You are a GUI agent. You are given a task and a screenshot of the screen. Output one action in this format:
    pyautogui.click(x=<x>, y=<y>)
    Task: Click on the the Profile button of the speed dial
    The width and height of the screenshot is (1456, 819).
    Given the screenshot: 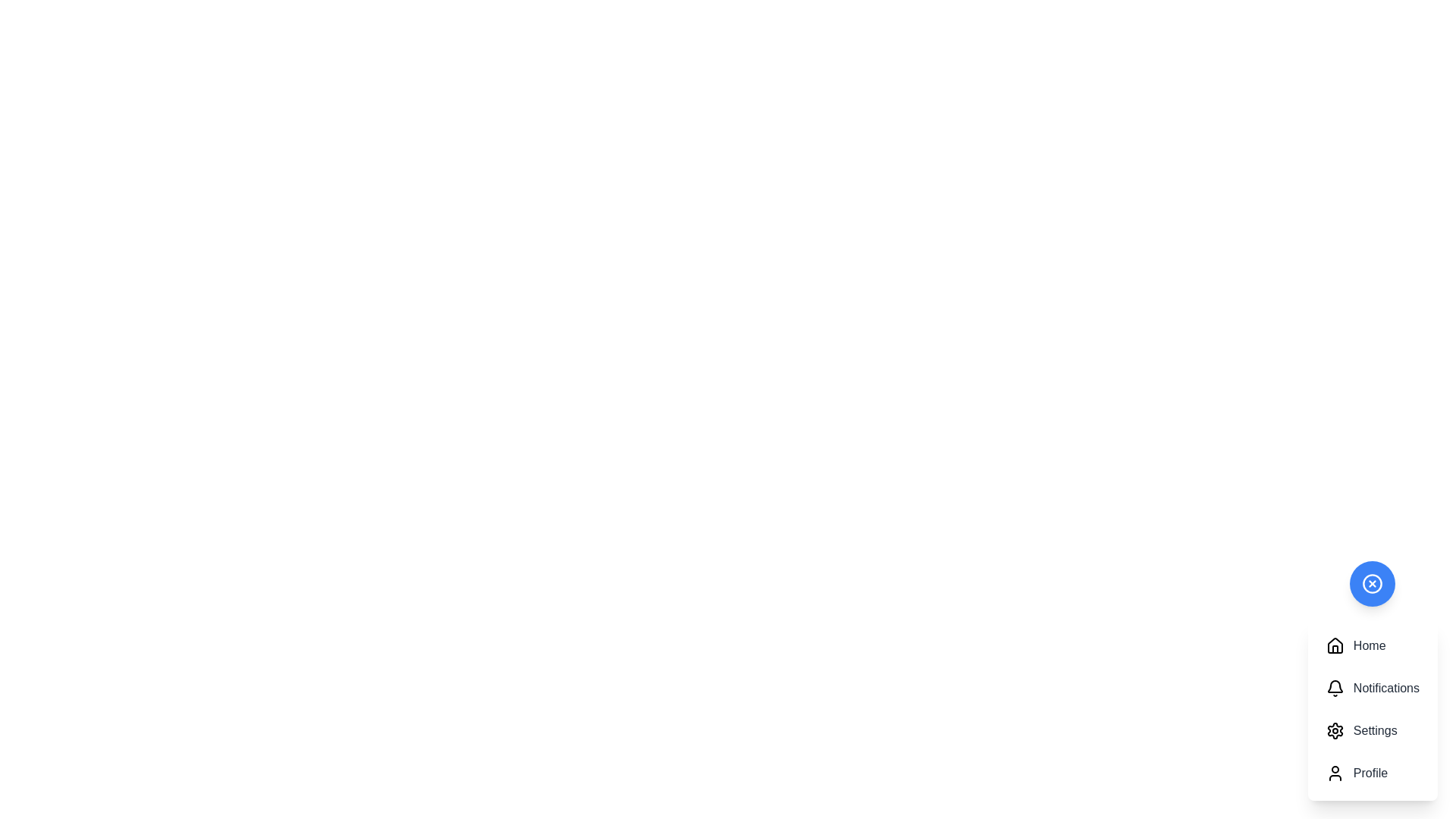 What is the action you would take?
    pyautogui.click(x=1372, y=773)
    